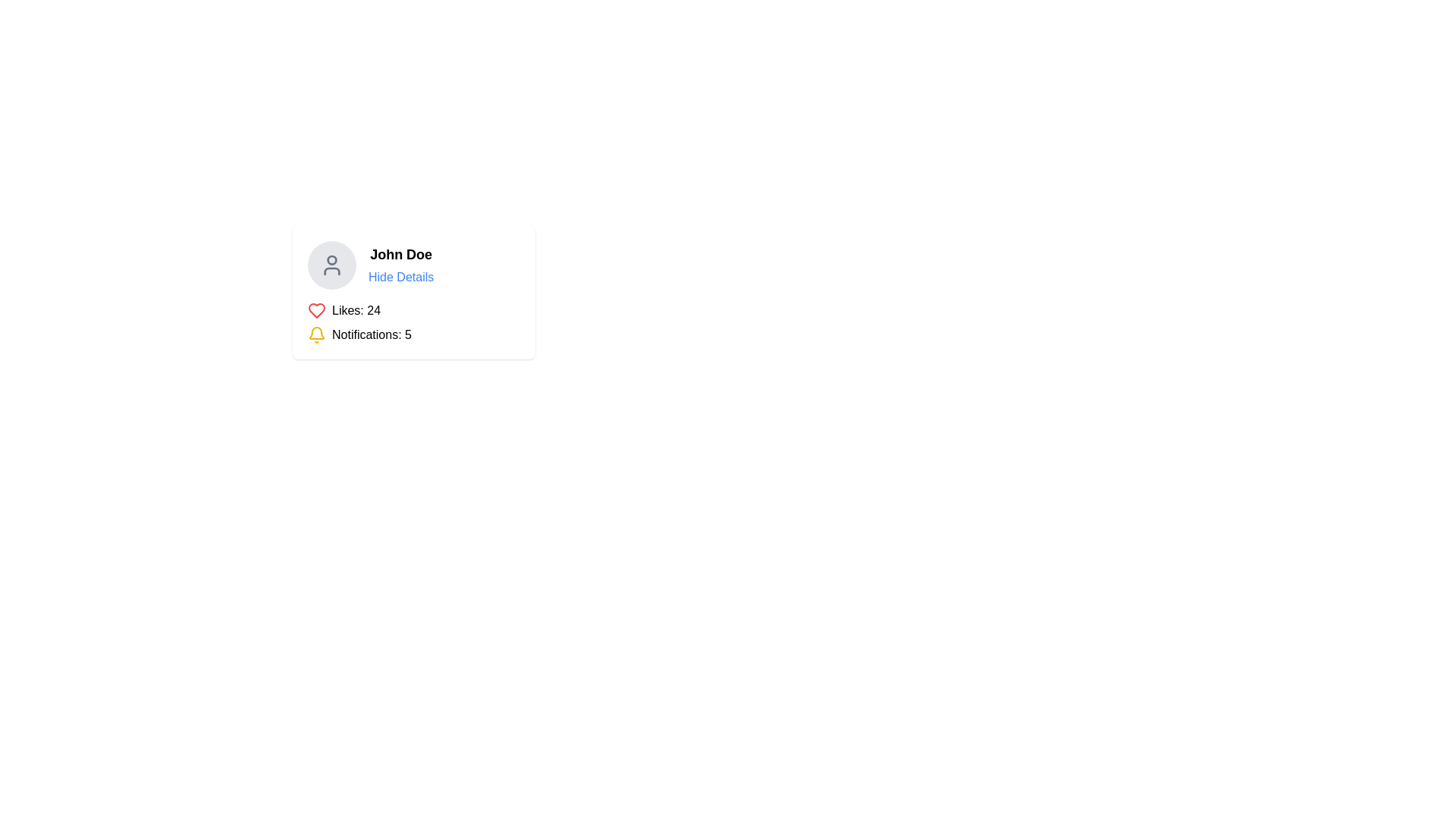  What do you see at coordinates (414, 265) in the screenshot?
I see `the 'Hide Details' link in the User Profile Component, which displays user information and toggles additional details` at bounding box center [414, 265].